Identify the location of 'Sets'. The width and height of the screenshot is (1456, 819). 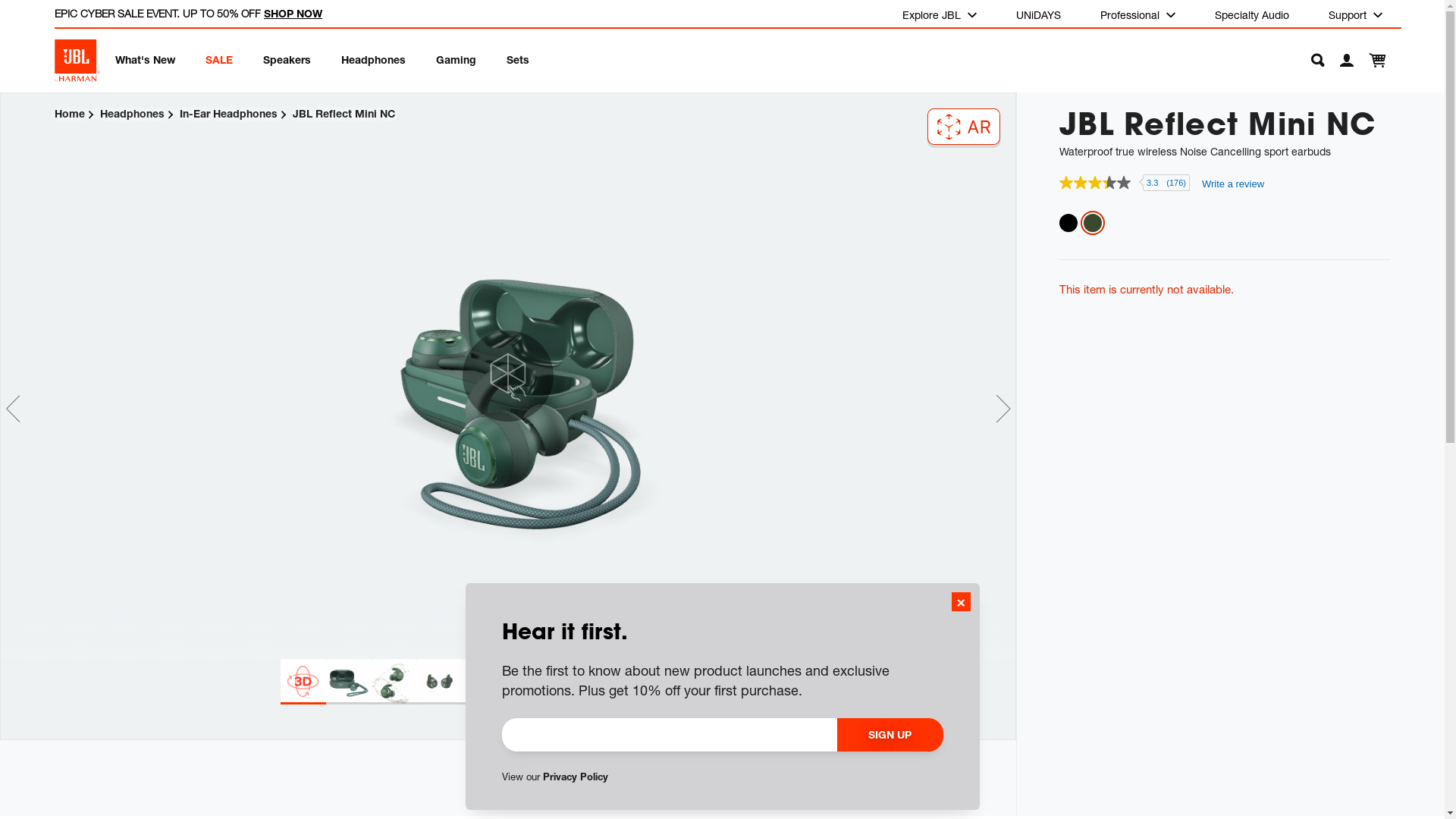
(506, 58).